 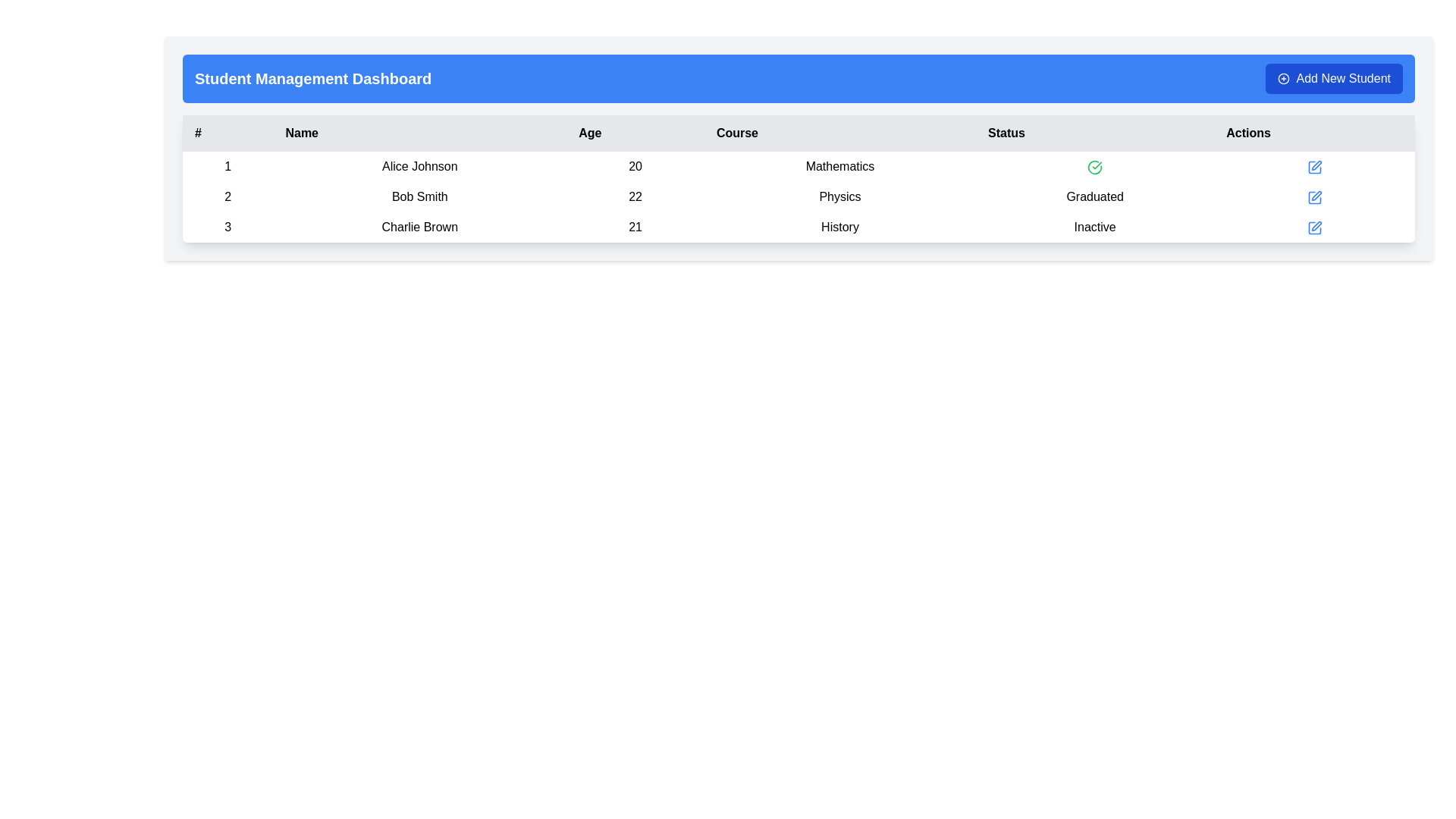 I want to click on the edit icon located in the 'Actions' column of the first row of the table, so click(x=1313, y=167).